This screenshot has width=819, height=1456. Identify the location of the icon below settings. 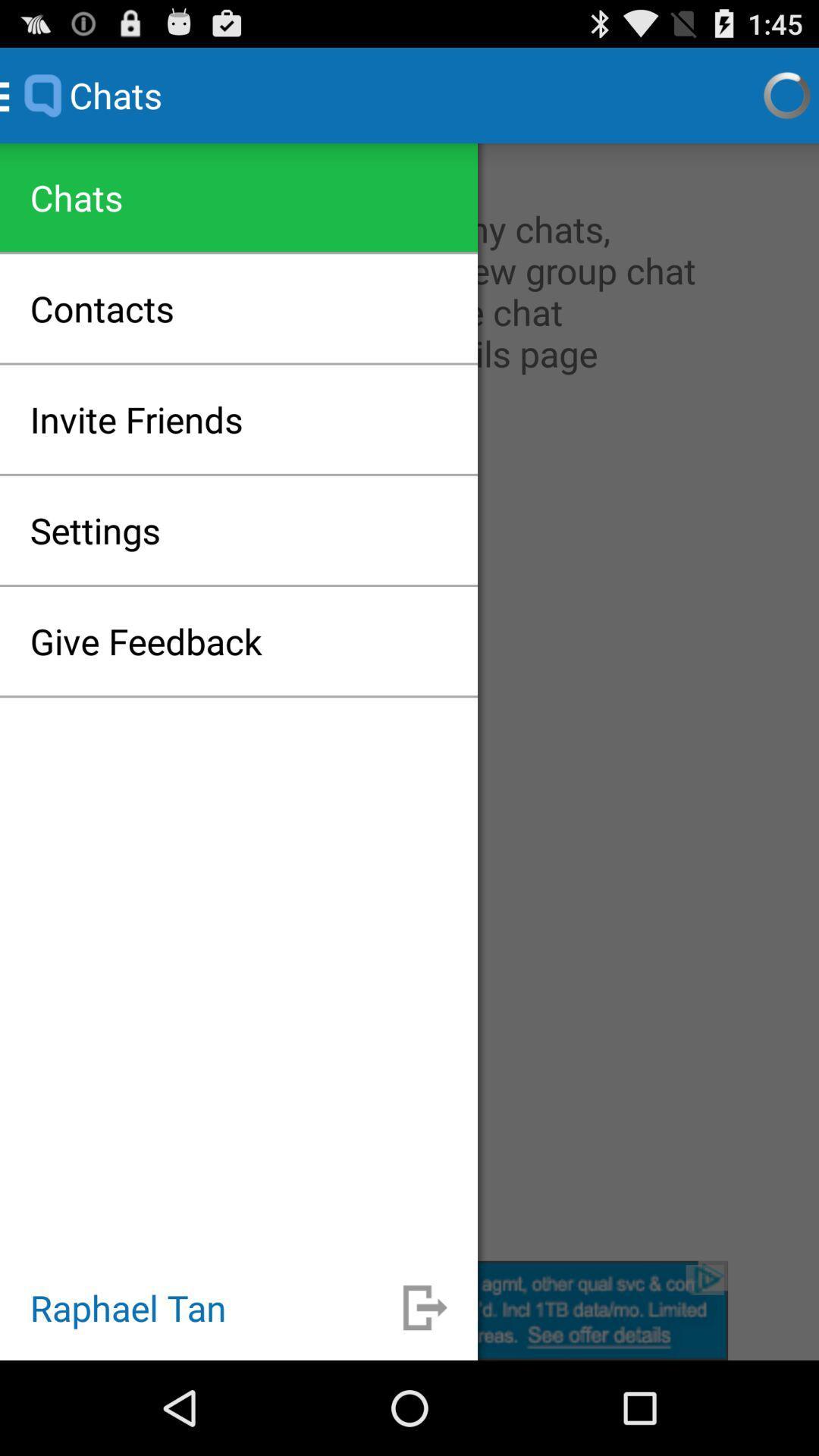
(146, 641).